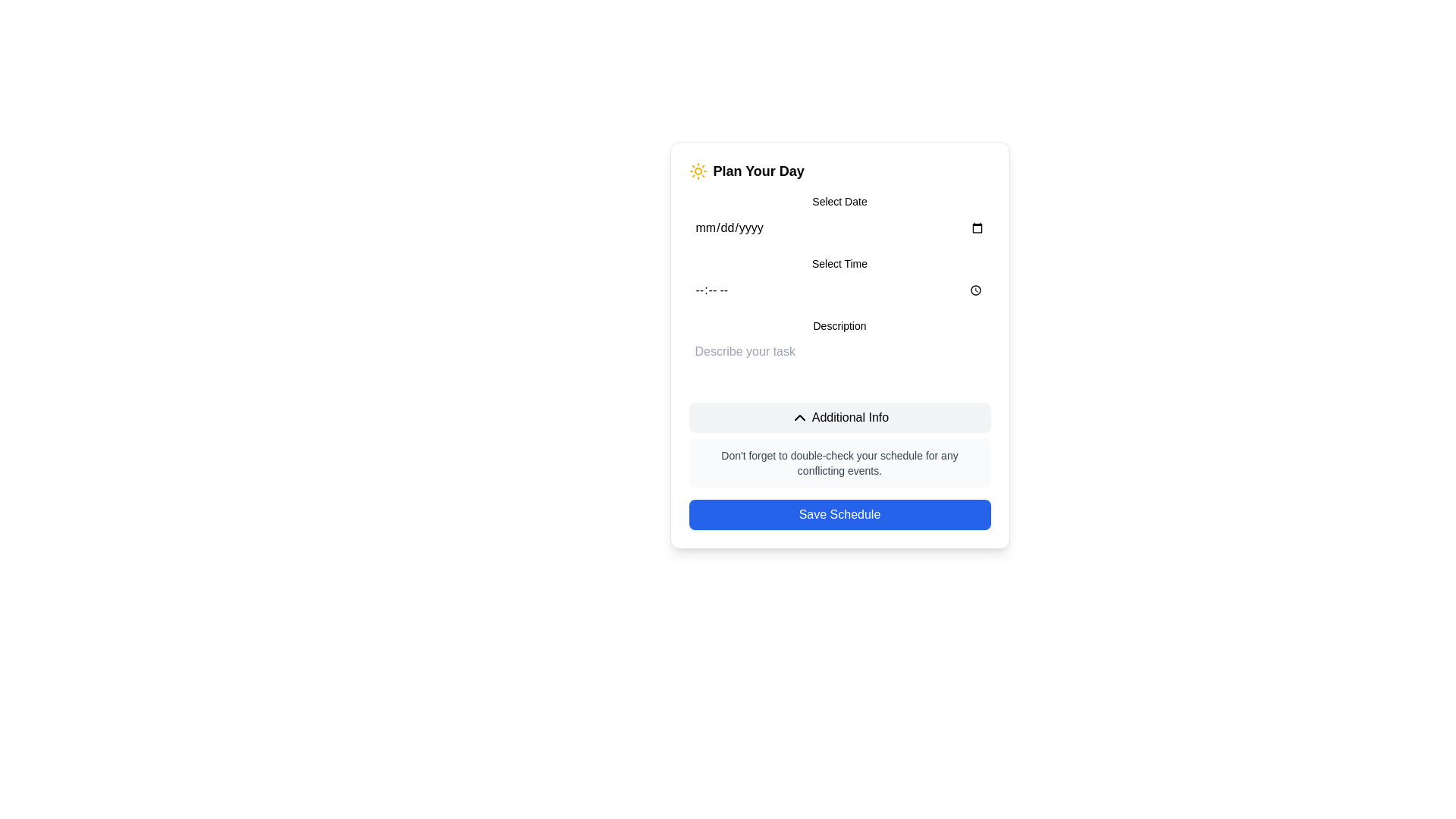  Describe the element at coordinates (839, 201) in the screenshot. I see `the static text label that indicates the purpose of the date input field beneath it, located in the 'Plan Your Day' panel` at that location.